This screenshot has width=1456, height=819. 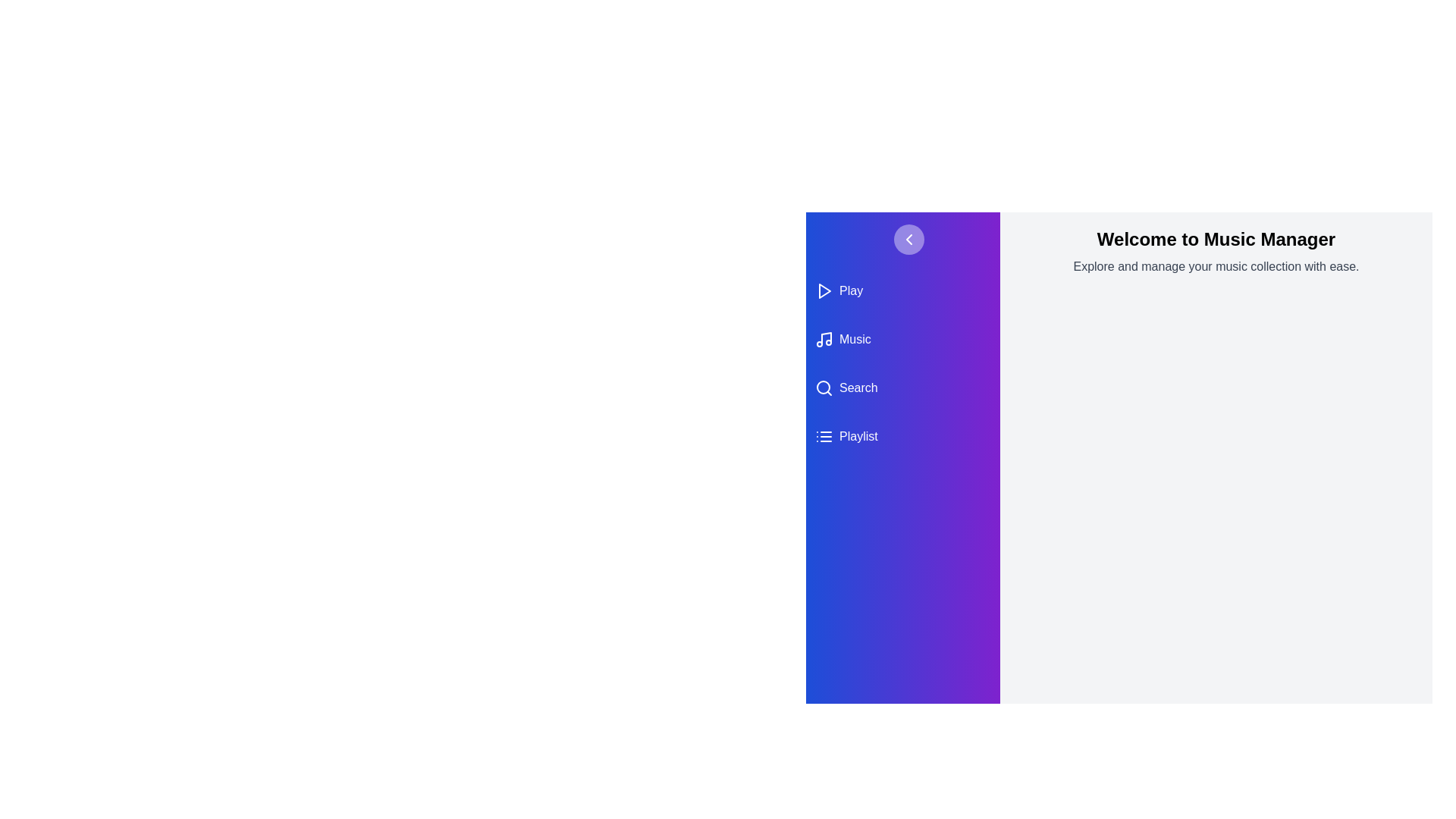 What do you see at coordinates (902, 338) in the screenshot?
I see `the 'Music' category in the drawer` at bounding box center [902, 338].